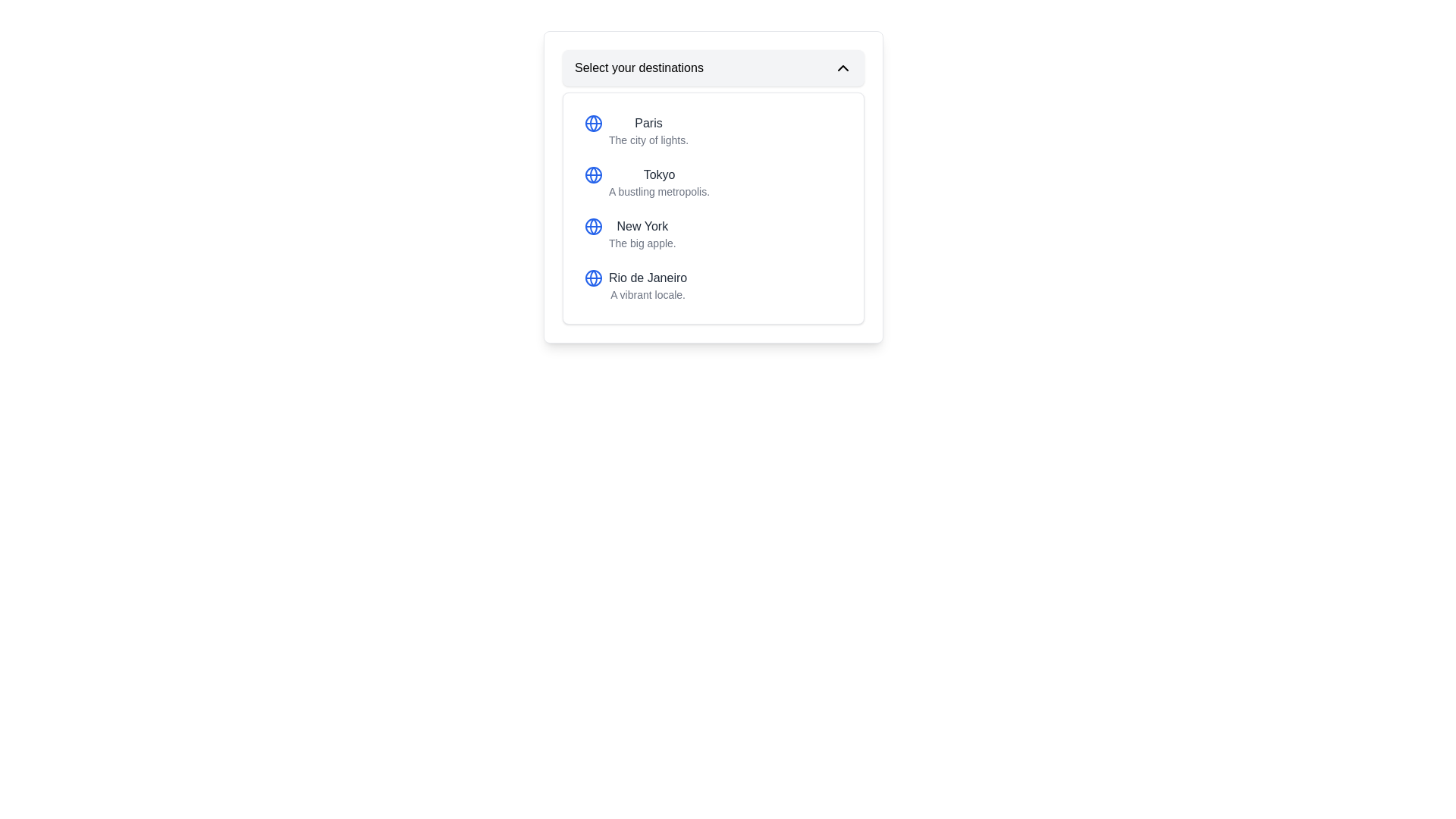 The width and height of the screenshot is (1456, 819). What do you see at coordinates (712, 181) in the screenshot?
I see `the selectable list item for the Tokyo destination, which is the second item in the vertical list of destination options` at bounding box center [712, 181].